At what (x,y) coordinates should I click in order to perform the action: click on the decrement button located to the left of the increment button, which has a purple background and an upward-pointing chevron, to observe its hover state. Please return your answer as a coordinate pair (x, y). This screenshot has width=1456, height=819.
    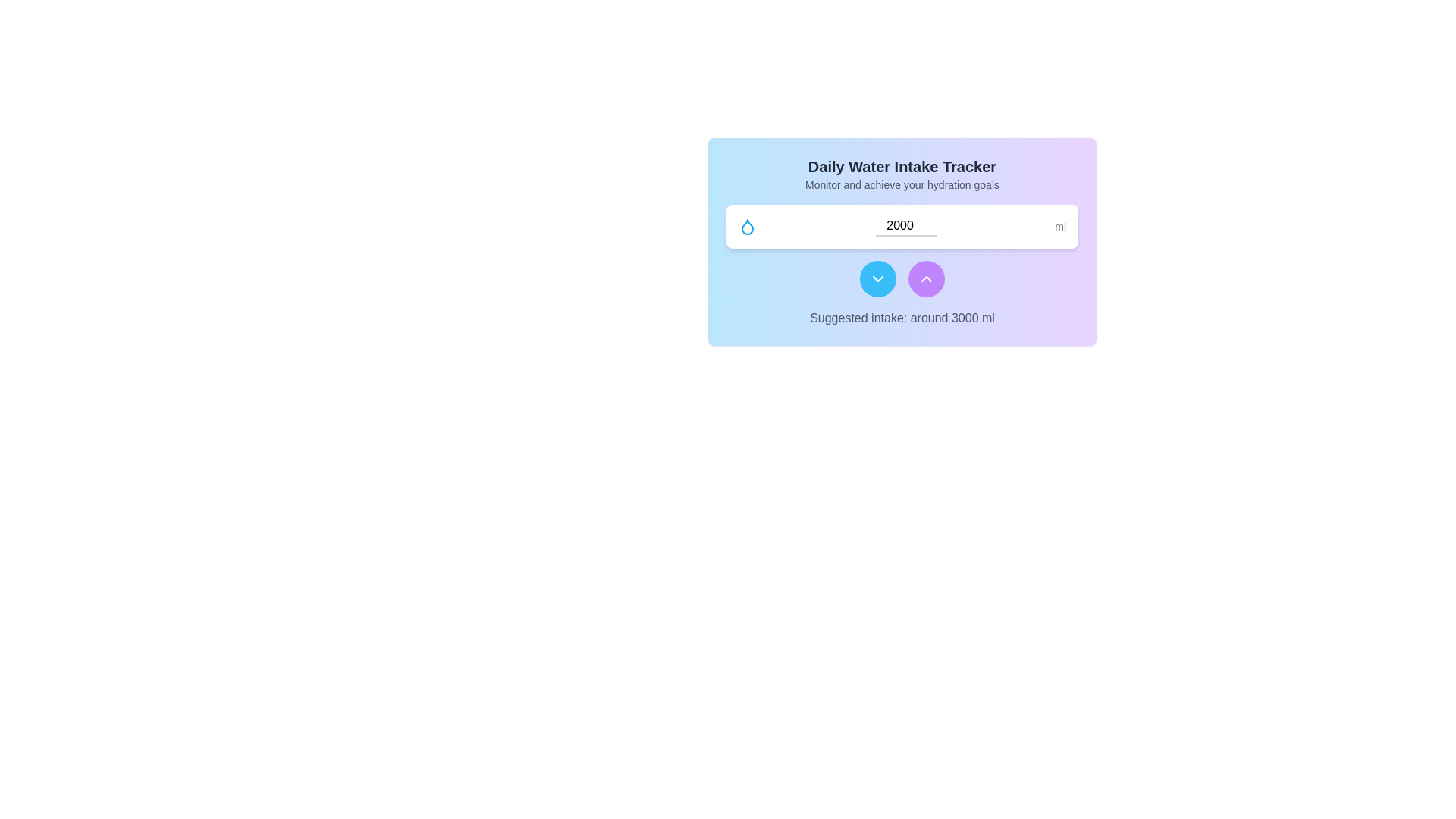
    Looking at the image, I should click on (877, 278).